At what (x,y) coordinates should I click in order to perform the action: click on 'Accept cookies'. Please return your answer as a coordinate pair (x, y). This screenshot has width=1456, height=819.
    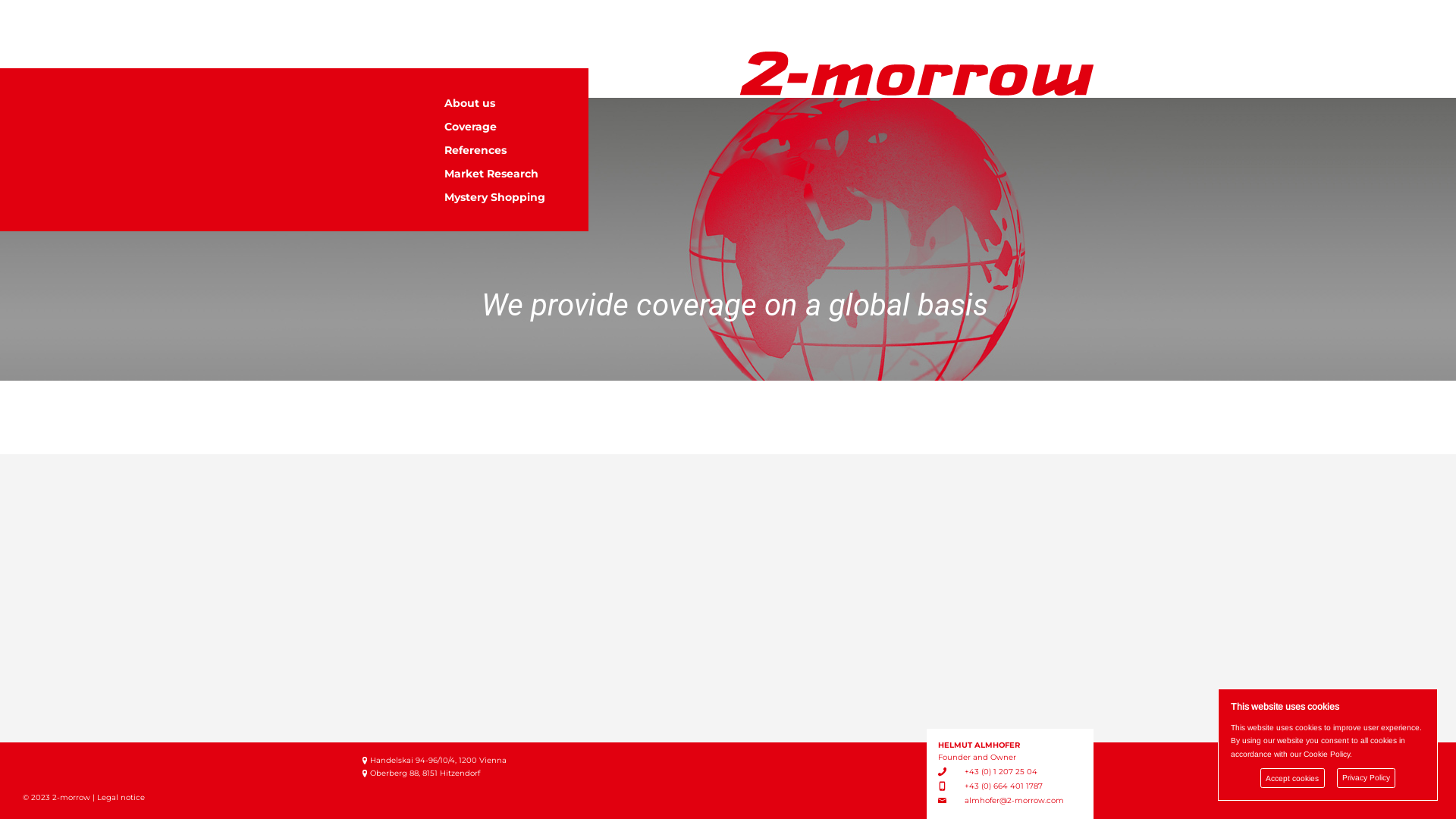
    Looking at the image, I should click on (1291, 778).